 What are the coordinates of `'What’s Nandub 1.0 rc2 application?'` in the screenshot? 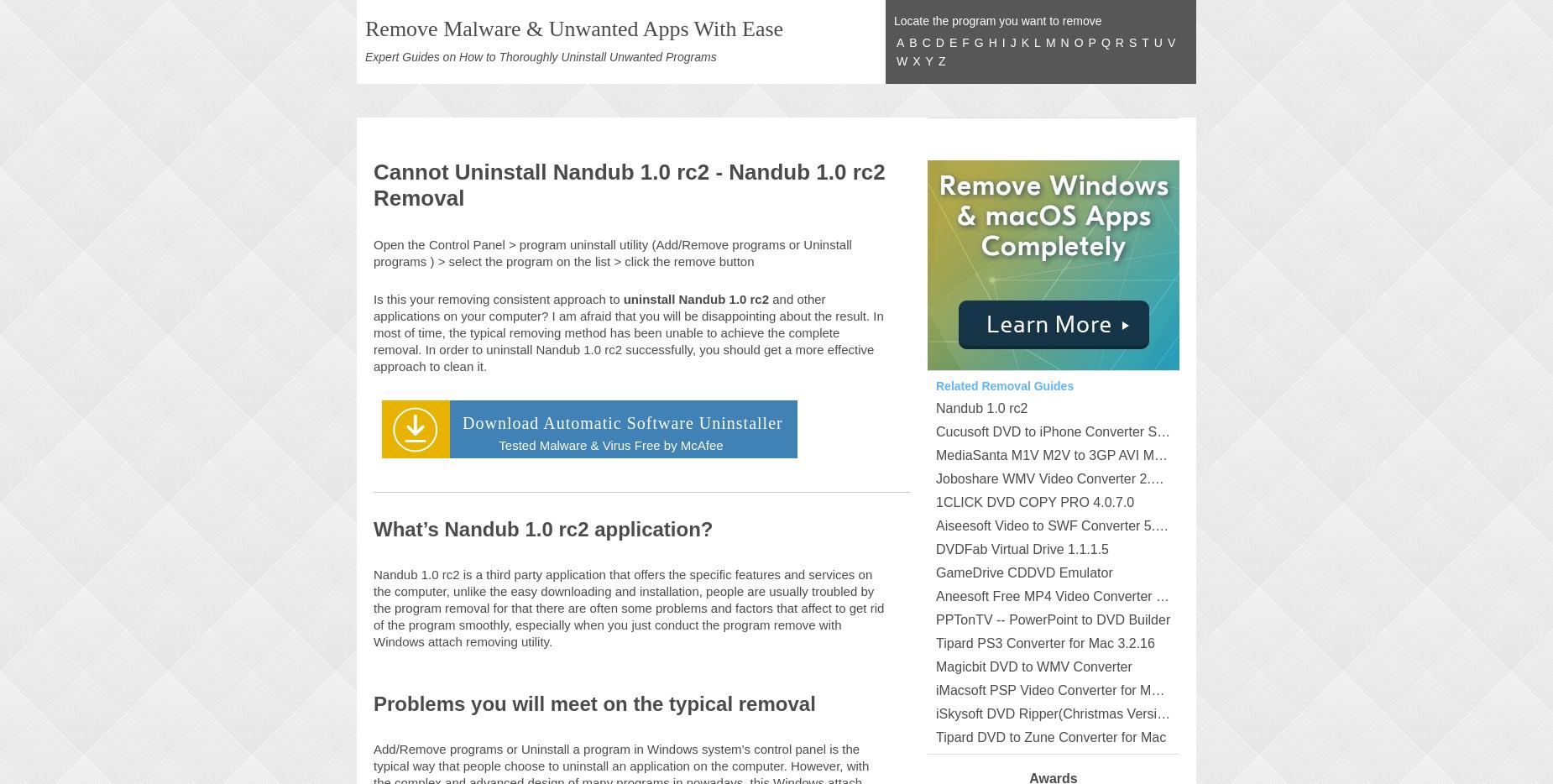 It's located at (542, 529).